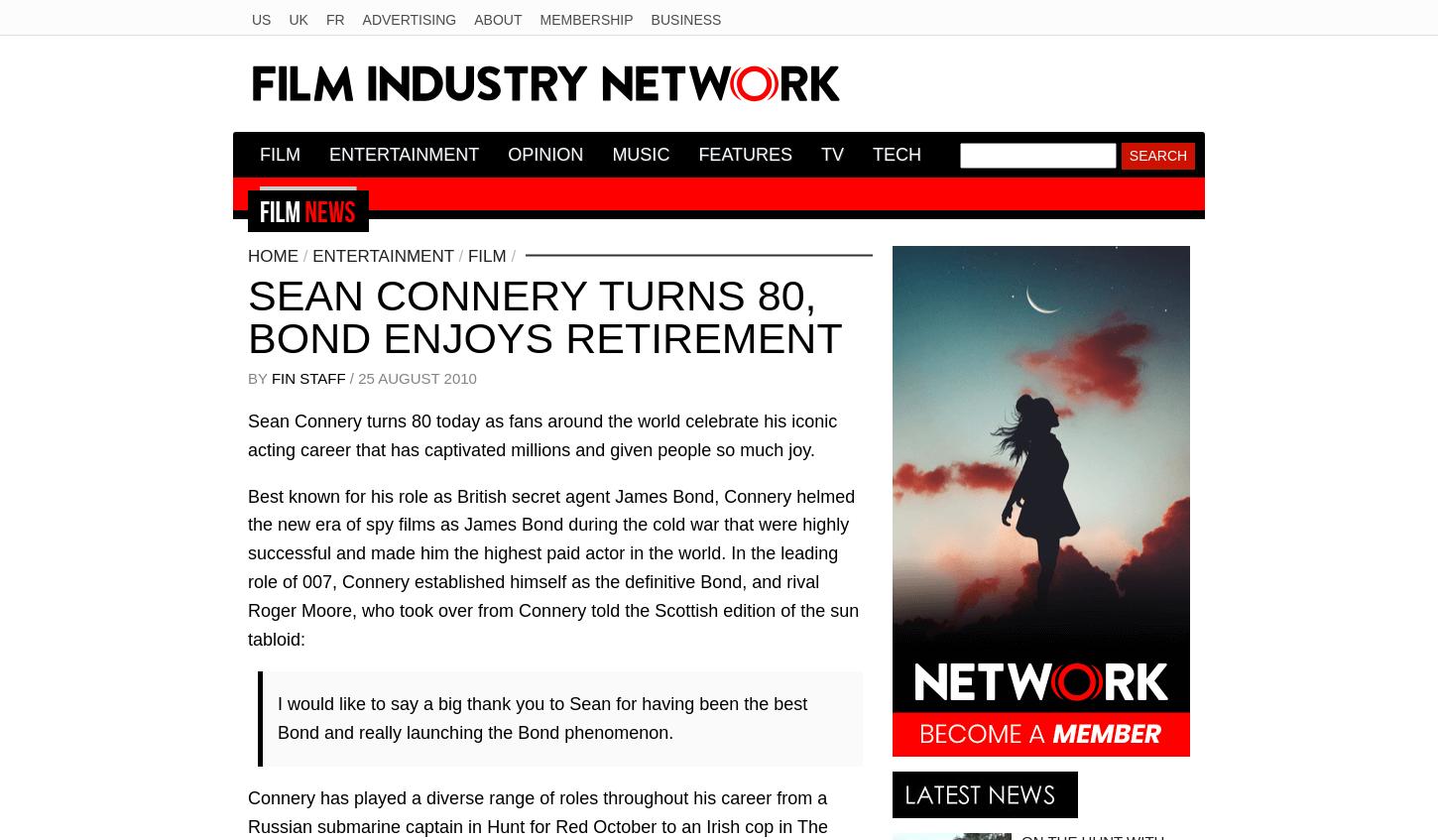 Image resolution: width=1438 pixels, height=840 pixels. What do you see at coordinates (259, 376) in the screenshot?
I see `'By'` at bounding box center [259, 376].